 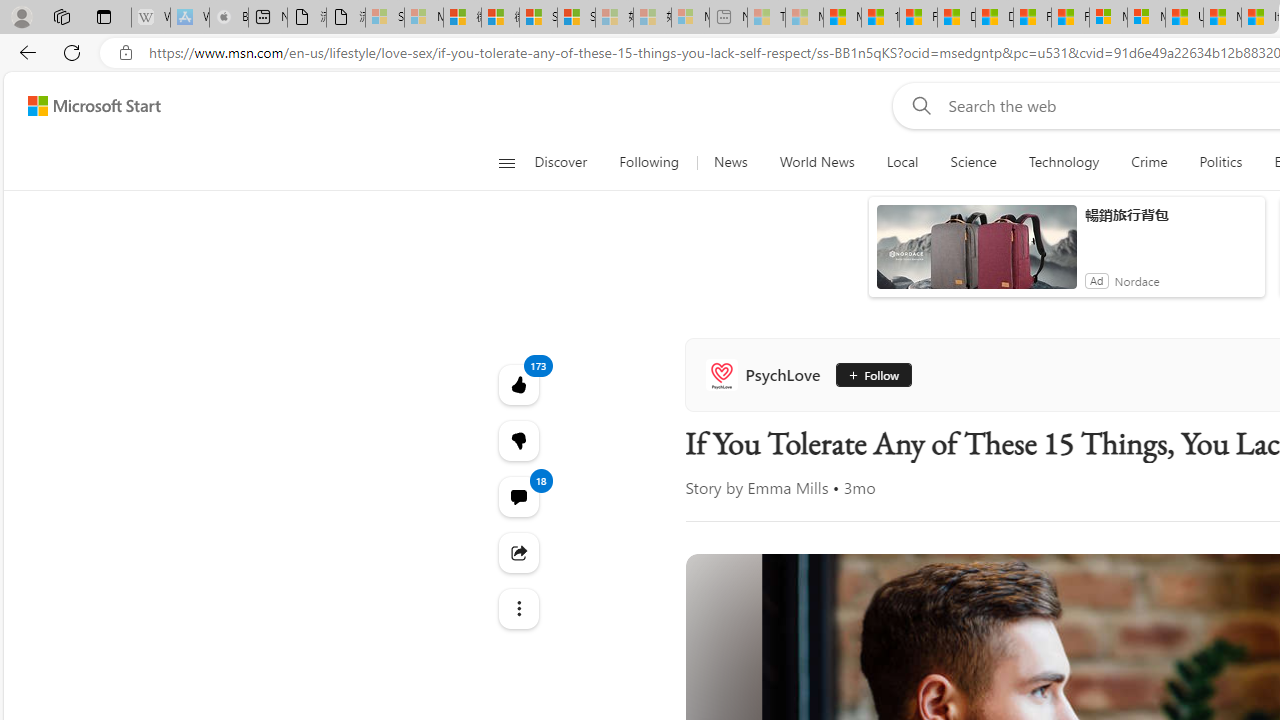 What do you see at coordinates (690, 17) in the screenshot?
I see `'Microsoft account | Account Checkup - Sleeping'` at bounding box center [690, 17].